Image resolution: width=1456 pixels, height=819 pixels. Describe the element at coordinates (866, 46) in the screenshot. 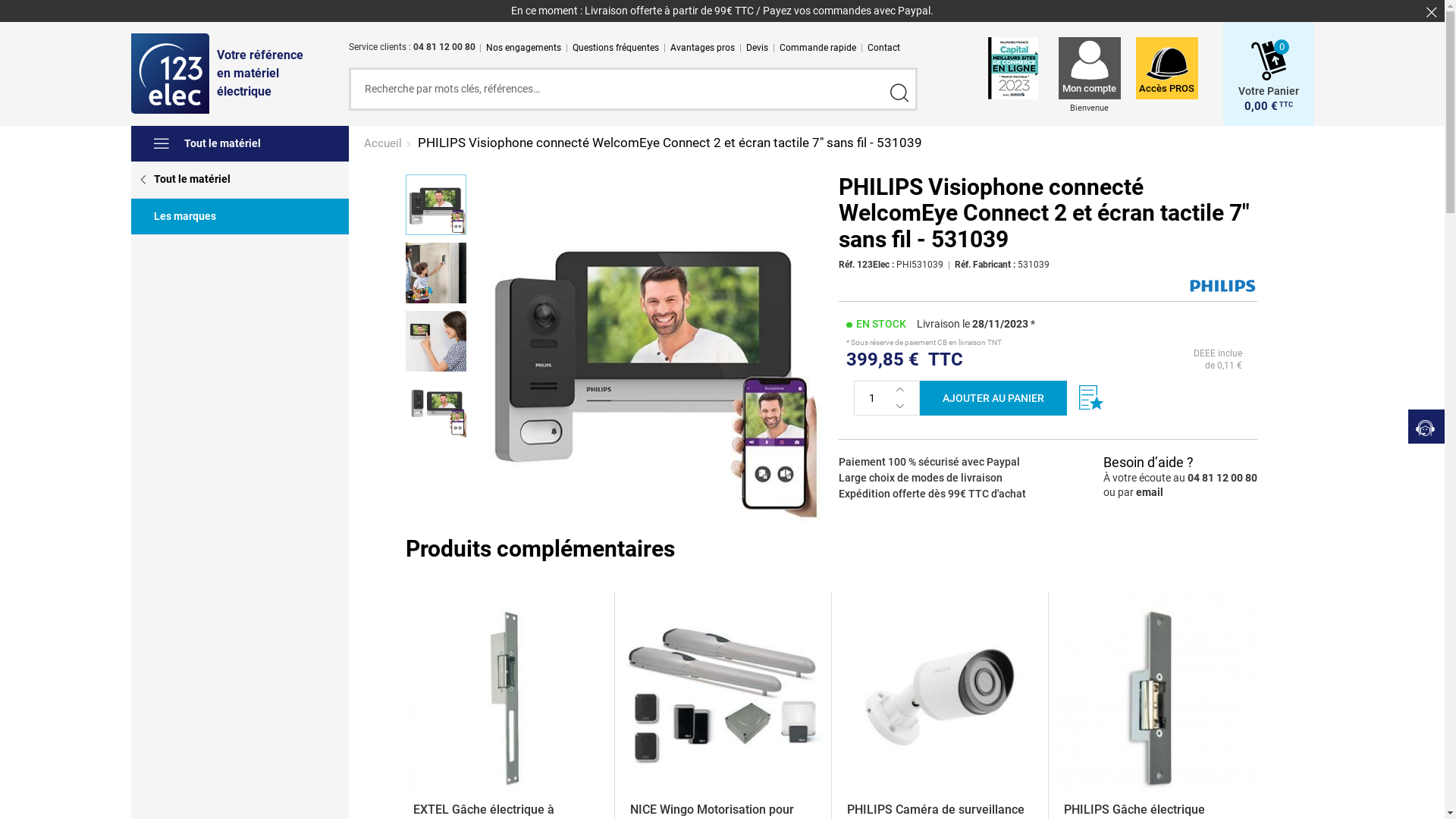

I see `'Contact'` at that location.